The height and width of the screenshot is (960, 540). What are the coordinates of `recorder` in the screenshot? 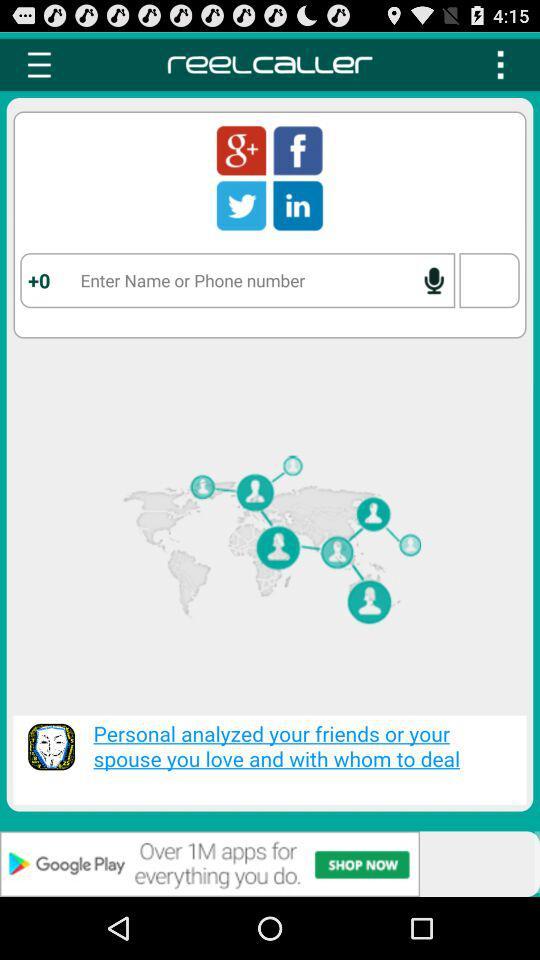 It's located at (433, 279).